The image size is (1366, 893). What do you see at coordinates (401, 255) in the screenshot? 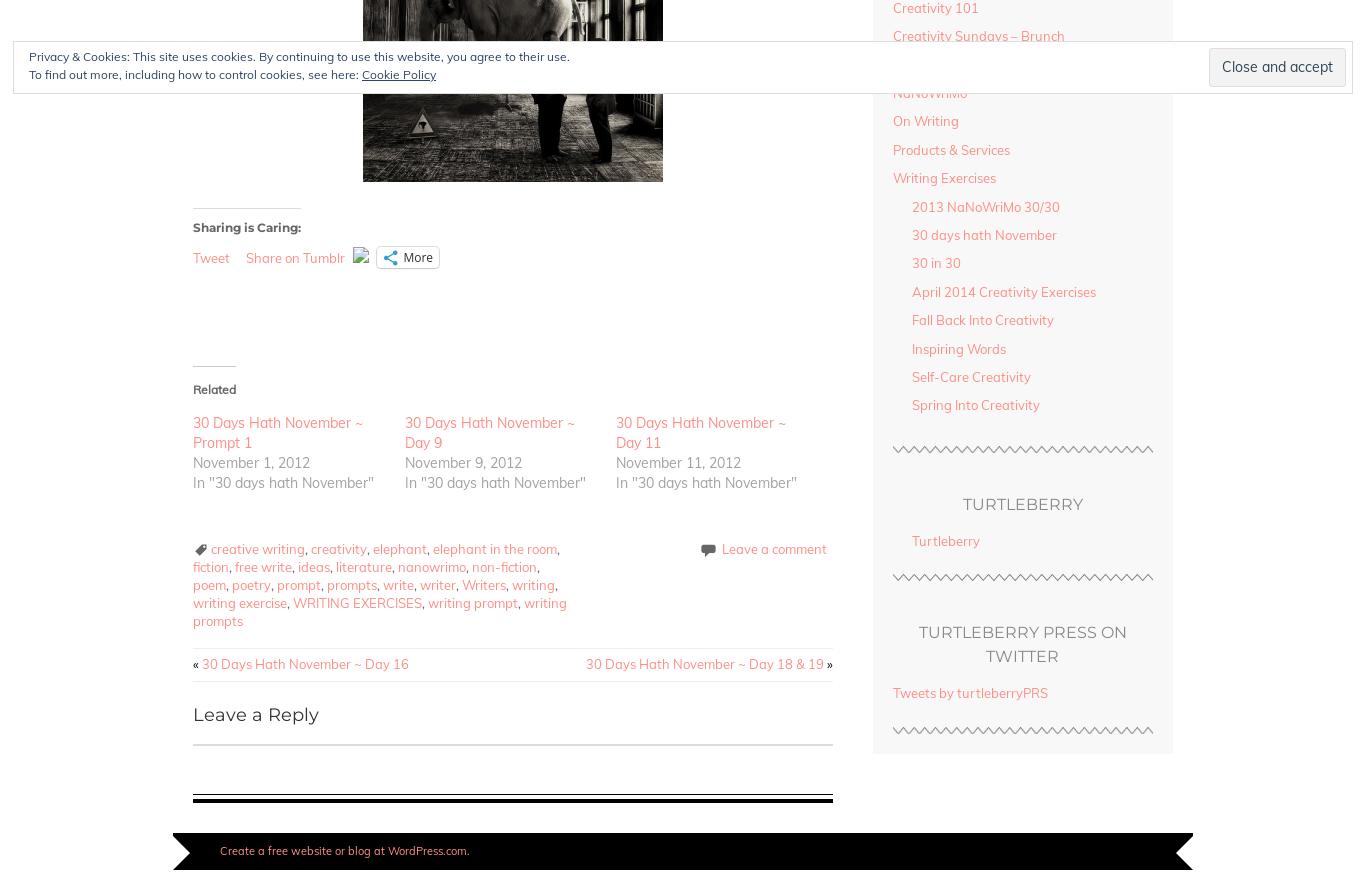
I see `'More'` at bounding box center [401, 255].